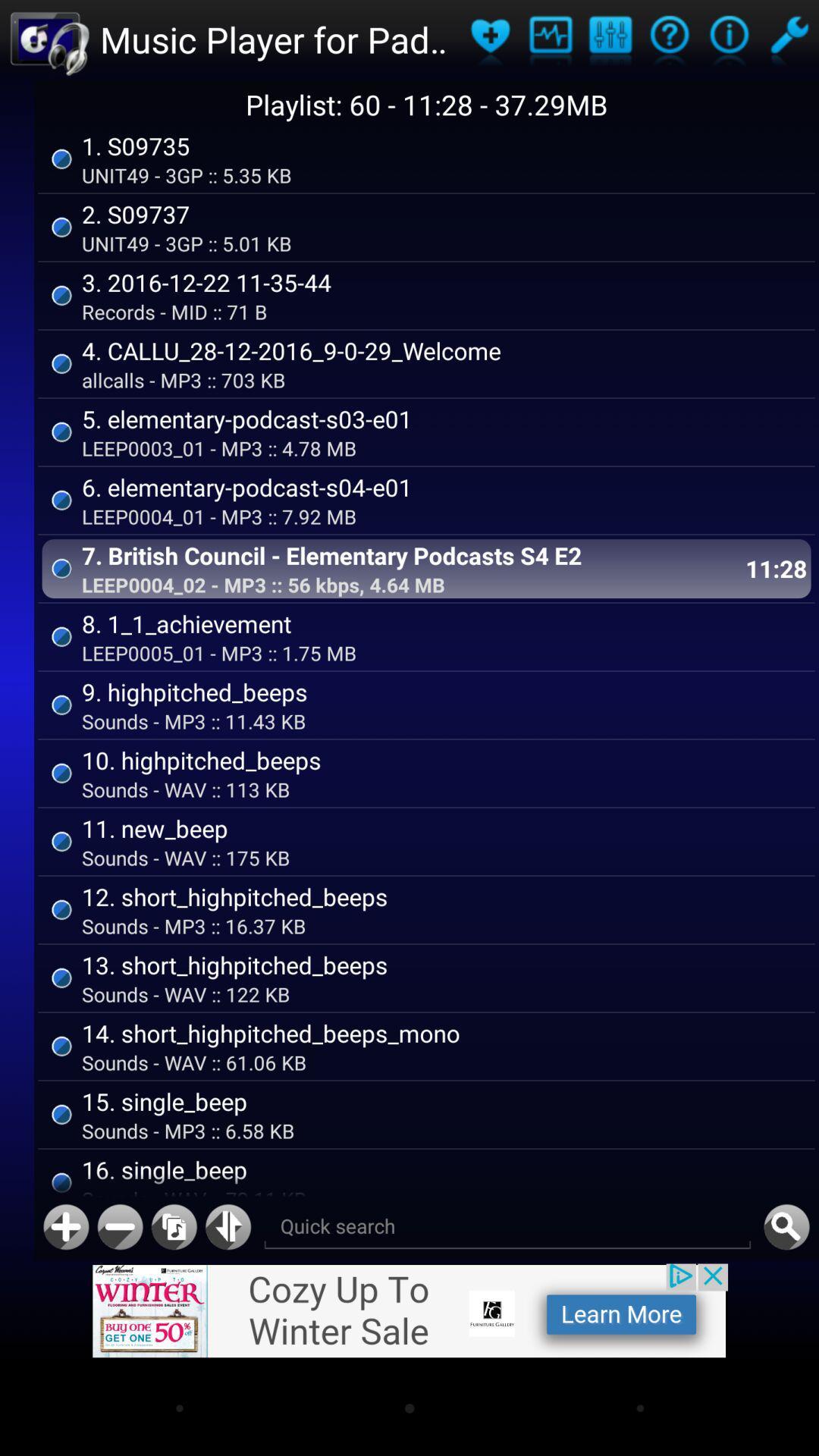 The image size is (819, 1456). What do you see at coordinates (609, 42) in the screenshot?
I see `the sliders icon` at bounding box center [609, 42].